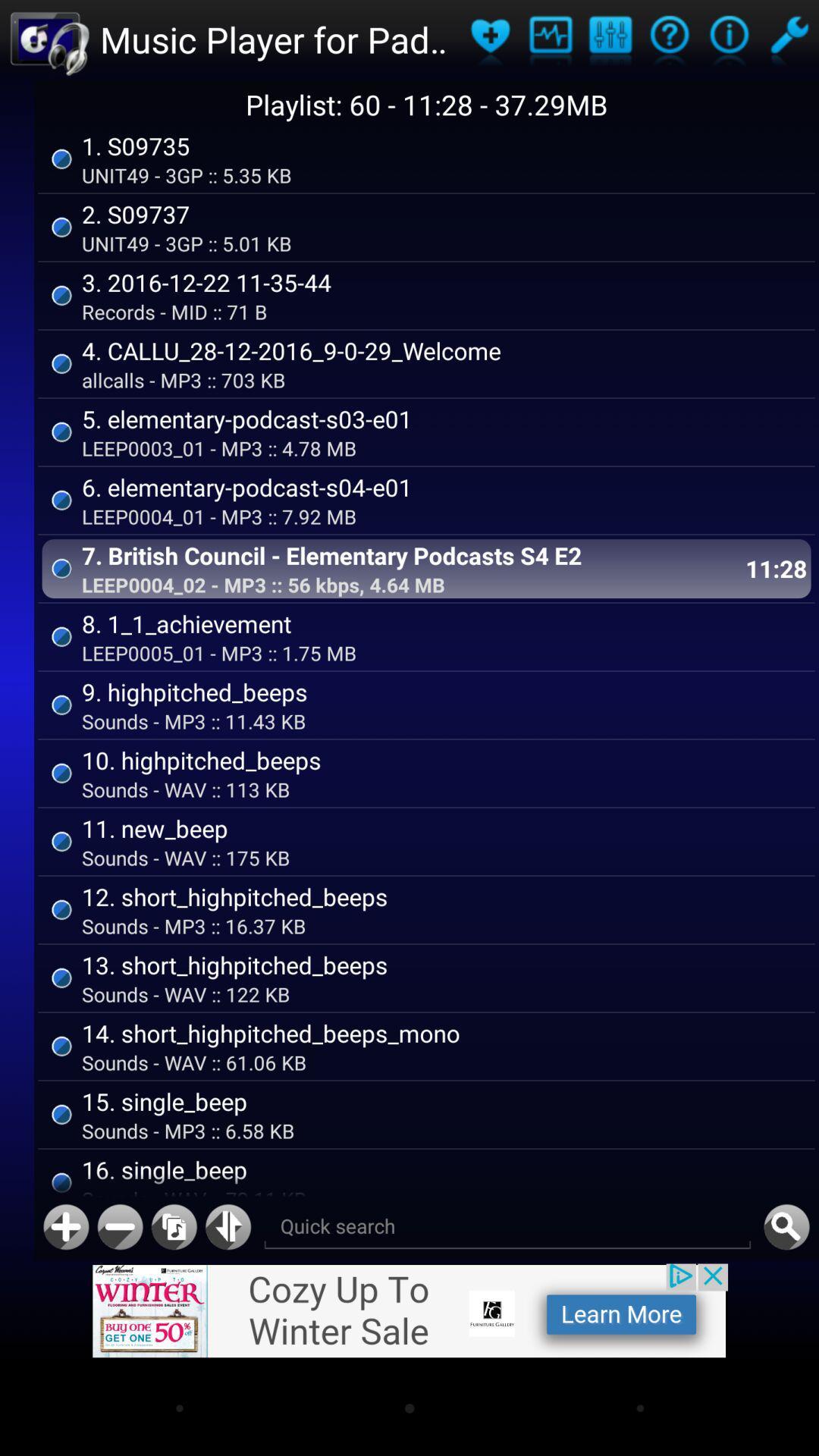 The image size is (819, 1456). What do you see at coordinates (609, 42) in the screenshot?
I see `the sliders icon` at bounding box center [609, 42].